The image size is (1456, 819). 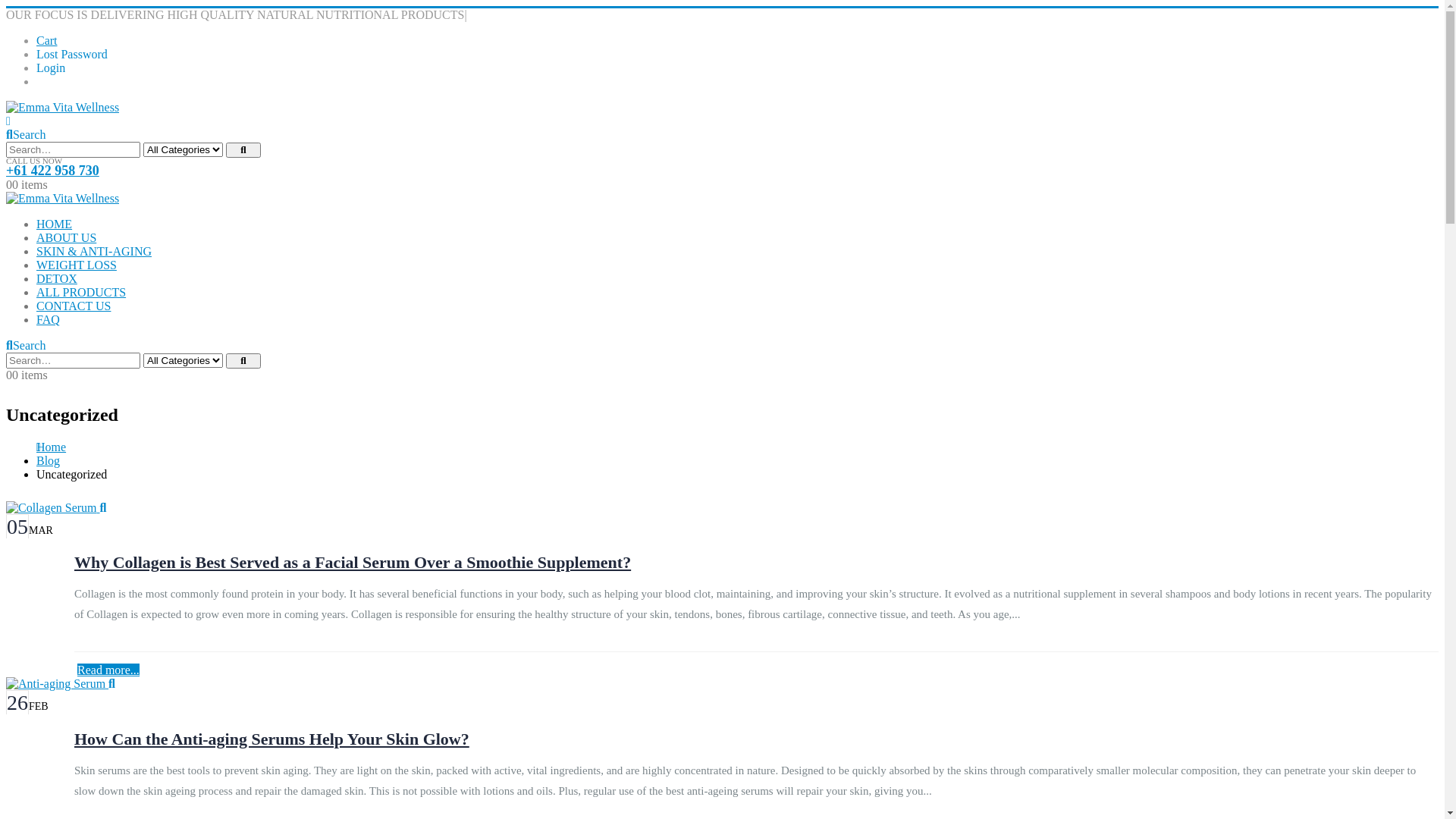 What do you see at coordinates (36, 318) in the screenshot?
I see `'FAQ'` at bounding box center [36, 318].